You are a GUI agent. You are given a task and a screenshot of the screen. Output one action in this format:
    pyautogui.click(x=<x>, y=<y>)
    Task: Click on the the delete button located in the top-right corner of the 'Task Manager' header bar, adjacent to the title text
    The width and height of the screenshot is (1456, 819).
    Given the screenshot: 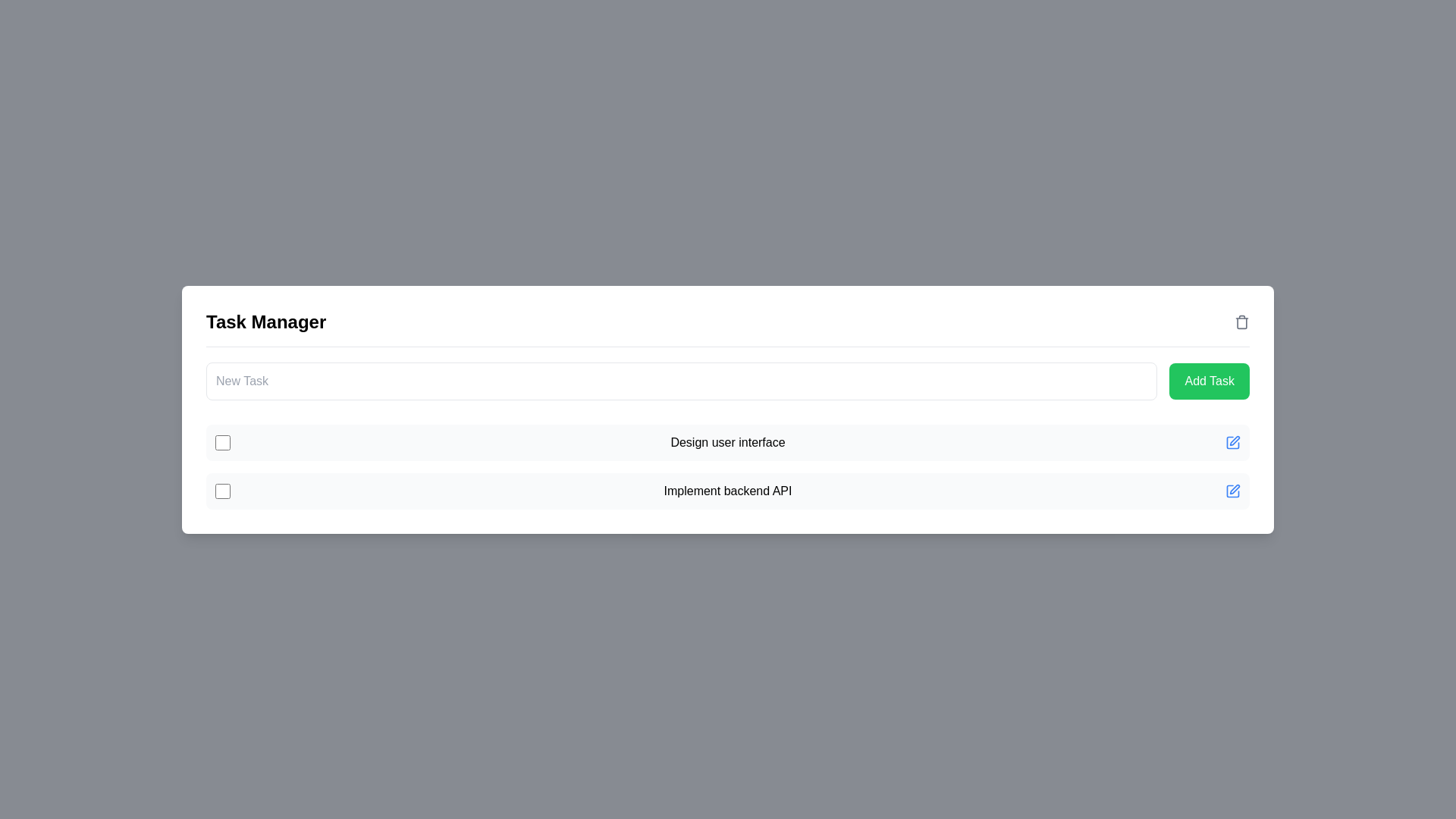 What is the action you would take?
    pyautogui.click(x=1241, y=321)
    